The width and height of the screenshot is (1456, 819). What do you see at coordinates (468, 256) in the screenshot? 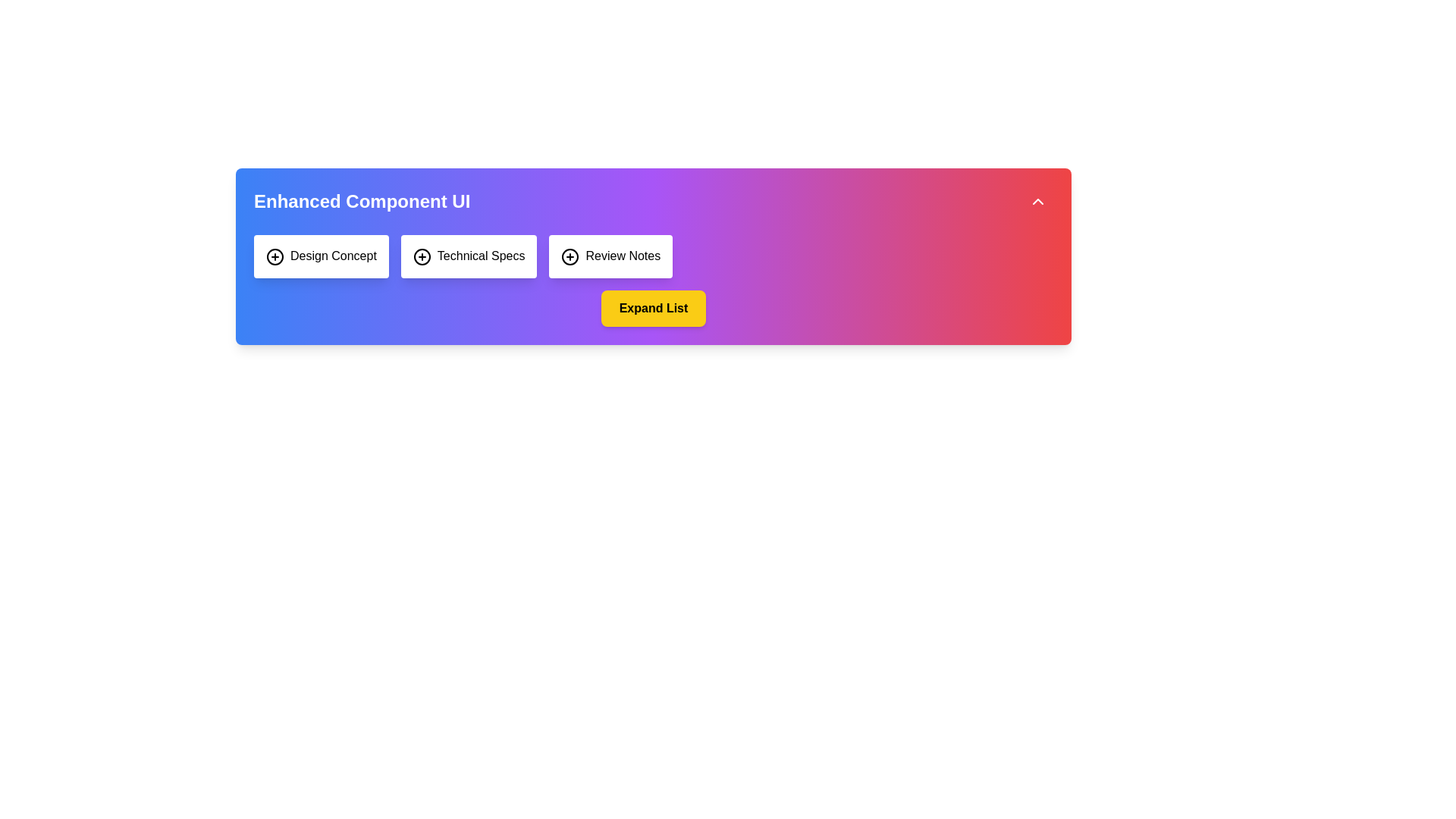
I see `the 'Technical Specs' tab, the second rectangular tab in a horizontal layout` at bounding box center [468, 256].